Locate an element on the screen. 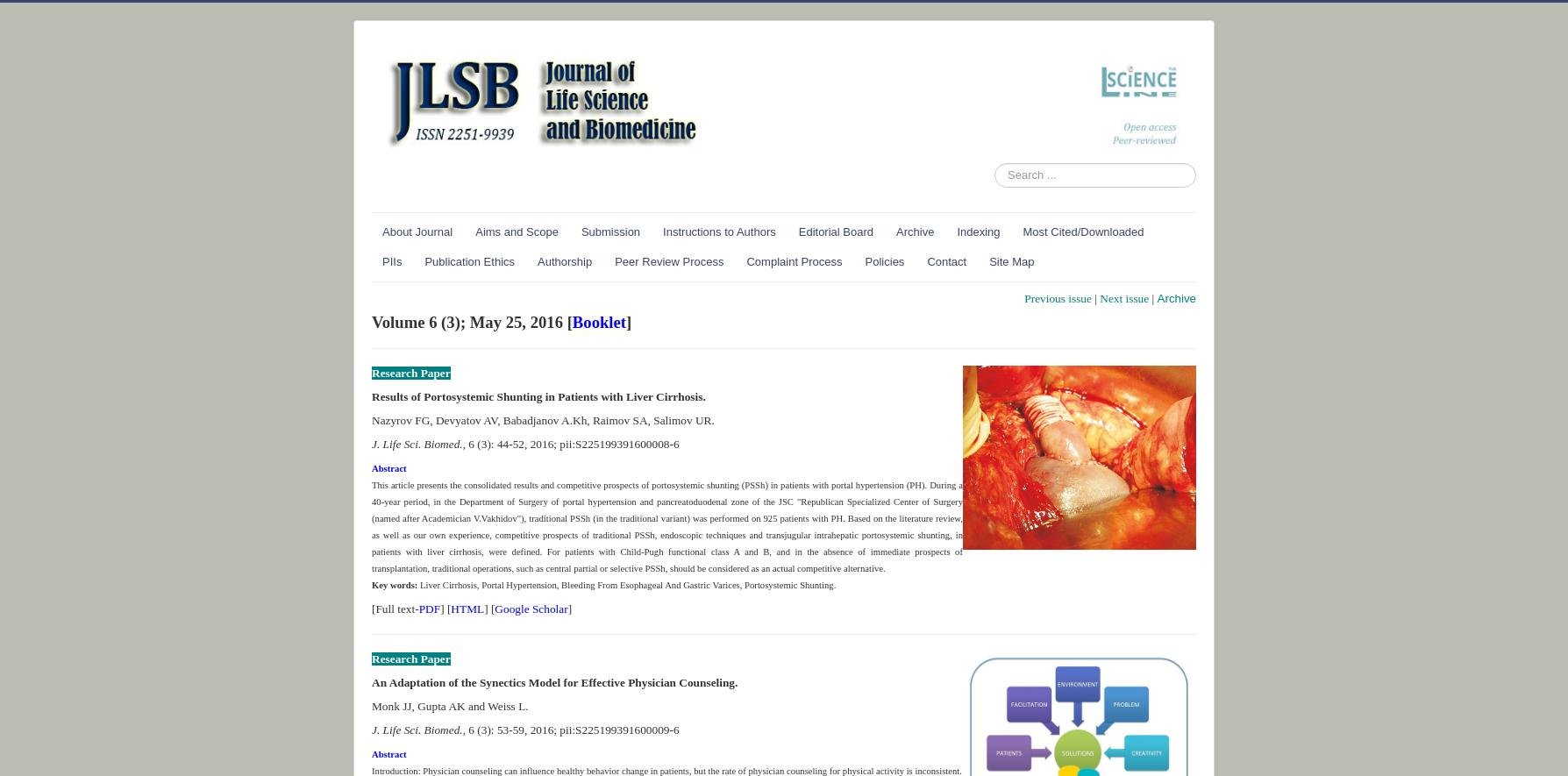 The height and width of the screenshot is (776, 1568). 'Policies' is located at coordinates (884, 260).